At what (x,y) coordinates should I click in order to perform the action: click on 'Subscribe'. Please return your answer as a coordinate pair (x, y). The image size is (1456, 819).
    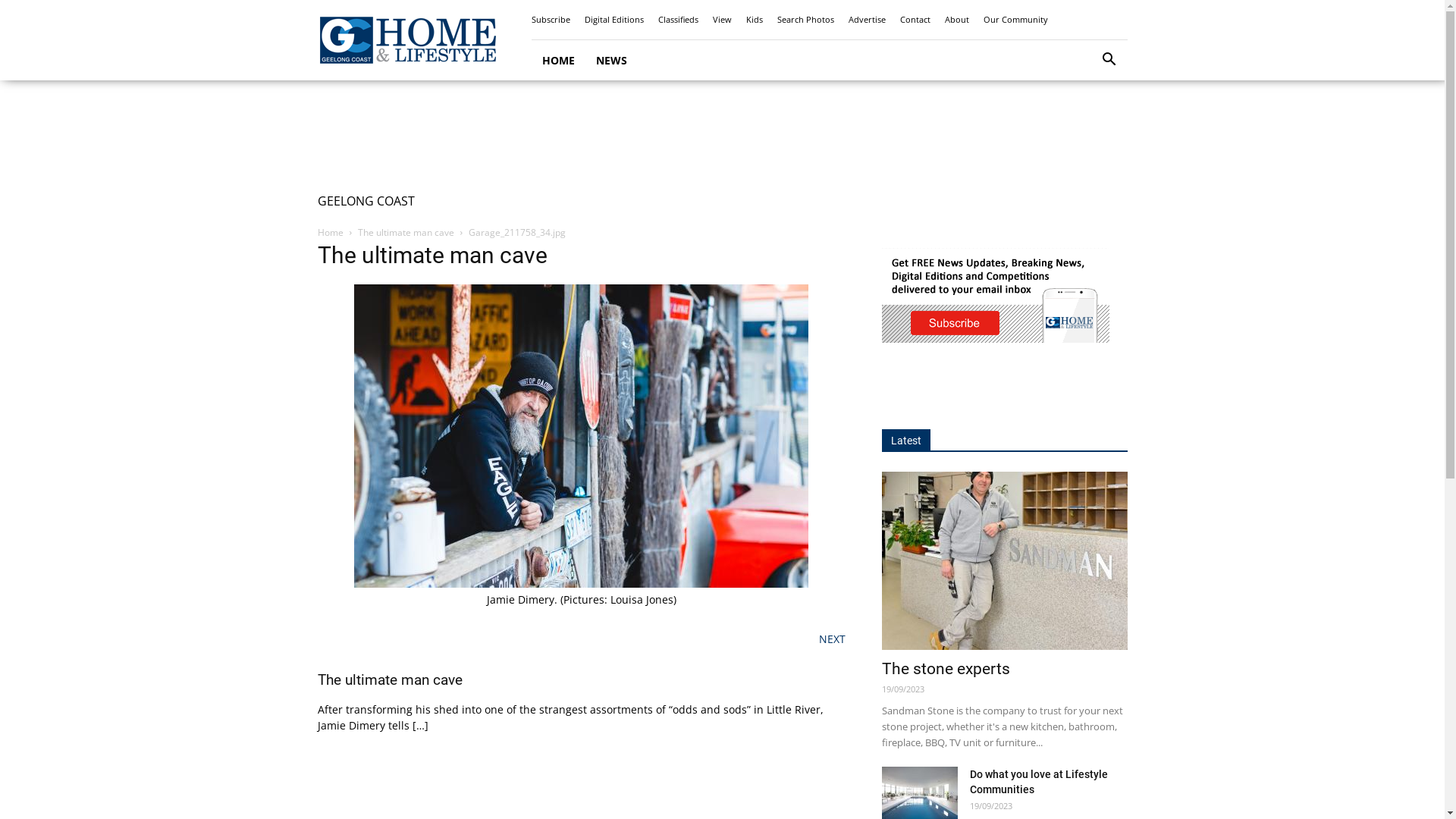
    Looking at the image, I should click on (549, 19).